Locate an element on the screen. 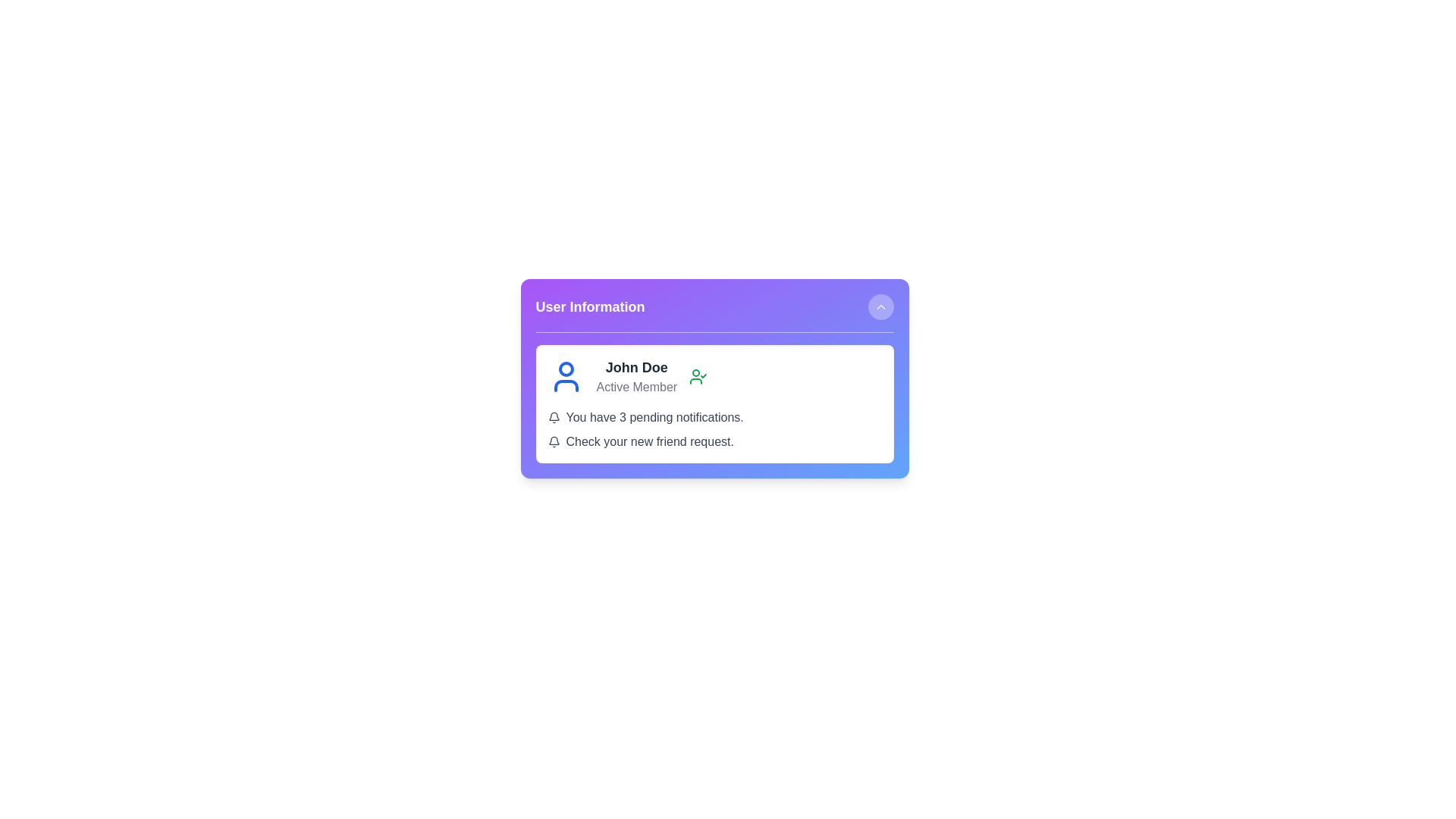  notifications displayed in the text section that indicates 'You have 3 pending notifications.' and 'Check your new friend request.' is located at coordinates (714, 430).